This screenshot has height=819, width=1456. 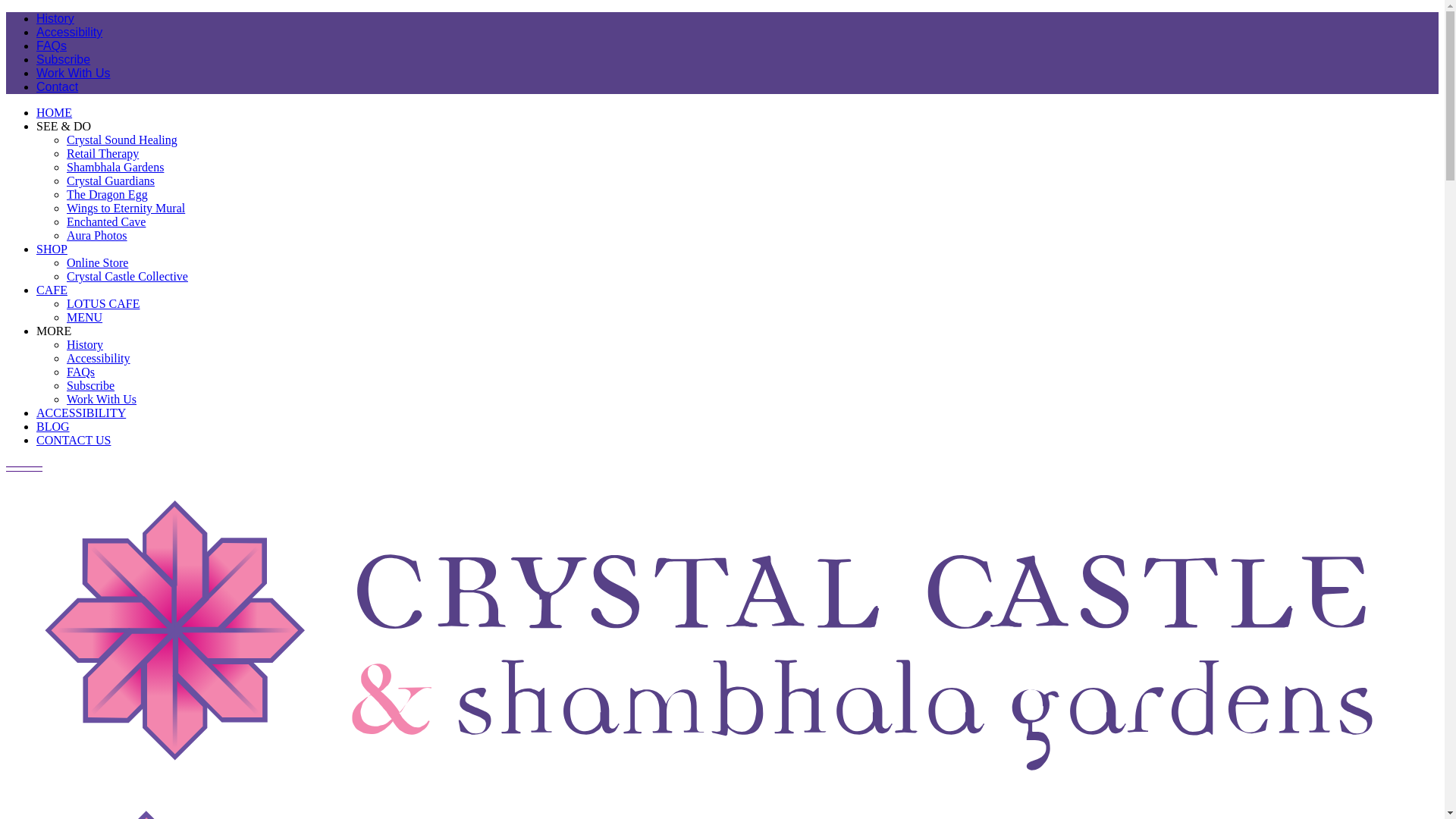 What do you see at coordinates (68, 32) in the screenshot?
I see `'Accessibility'` at bounding box center [68, 32].